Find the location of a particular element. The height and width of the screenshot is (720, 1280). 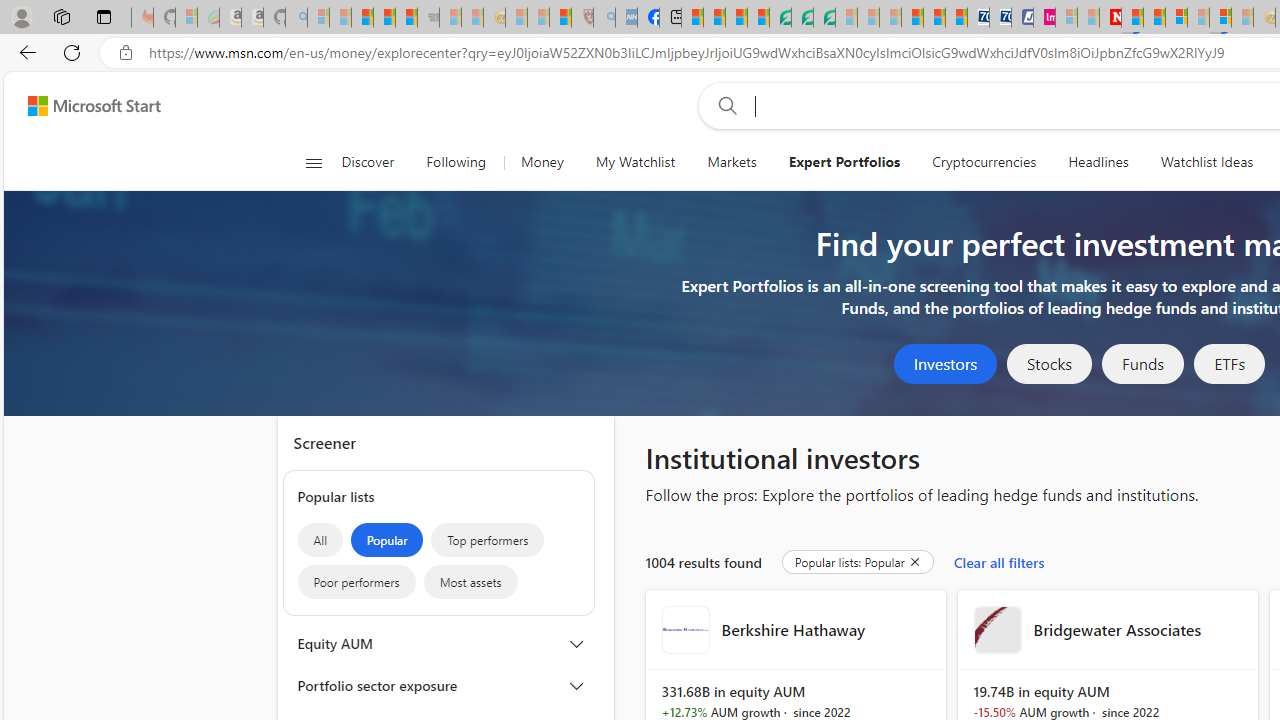

'Headlines' is located at coordinates (1097, 162).